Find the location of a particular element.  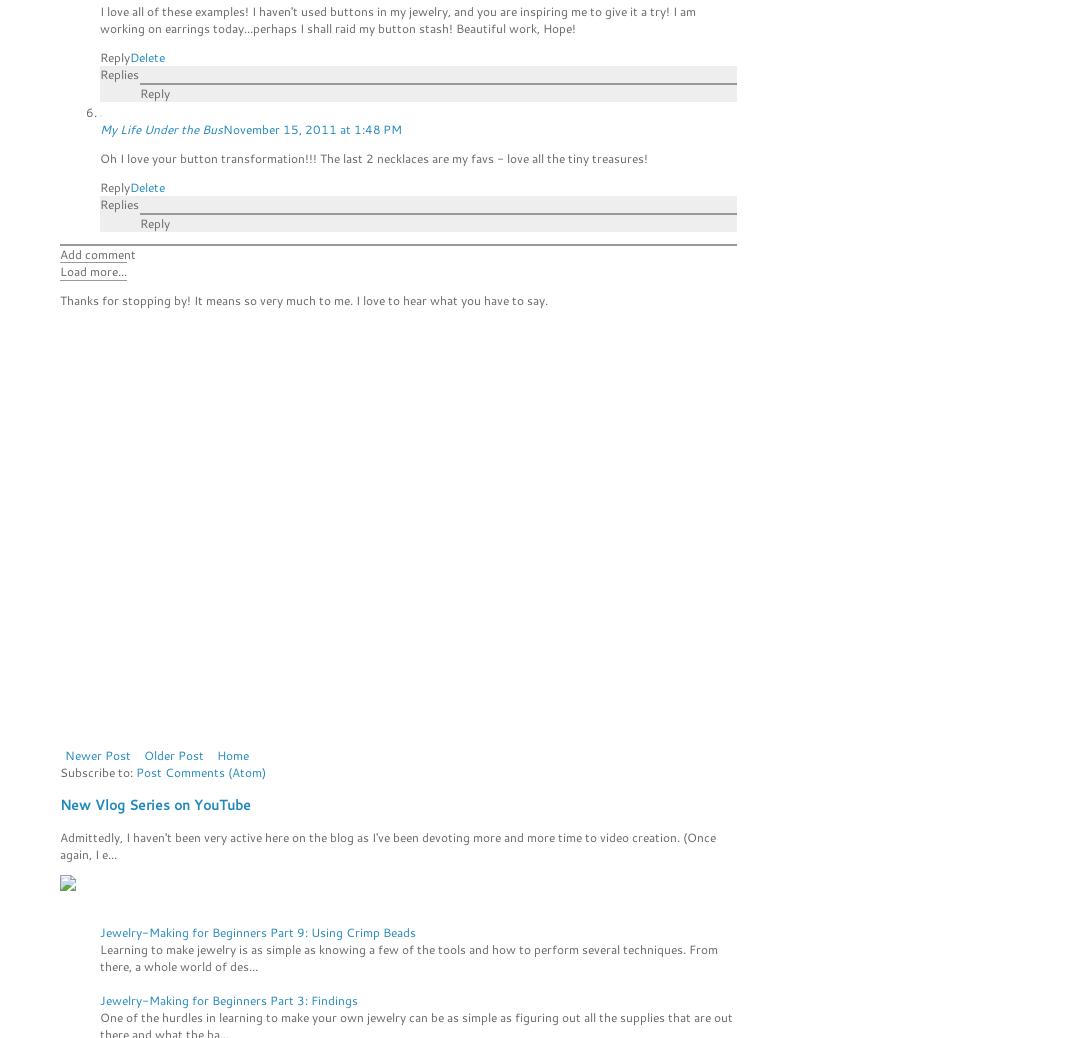

'Load more...' is located at coordinates (93, 271).